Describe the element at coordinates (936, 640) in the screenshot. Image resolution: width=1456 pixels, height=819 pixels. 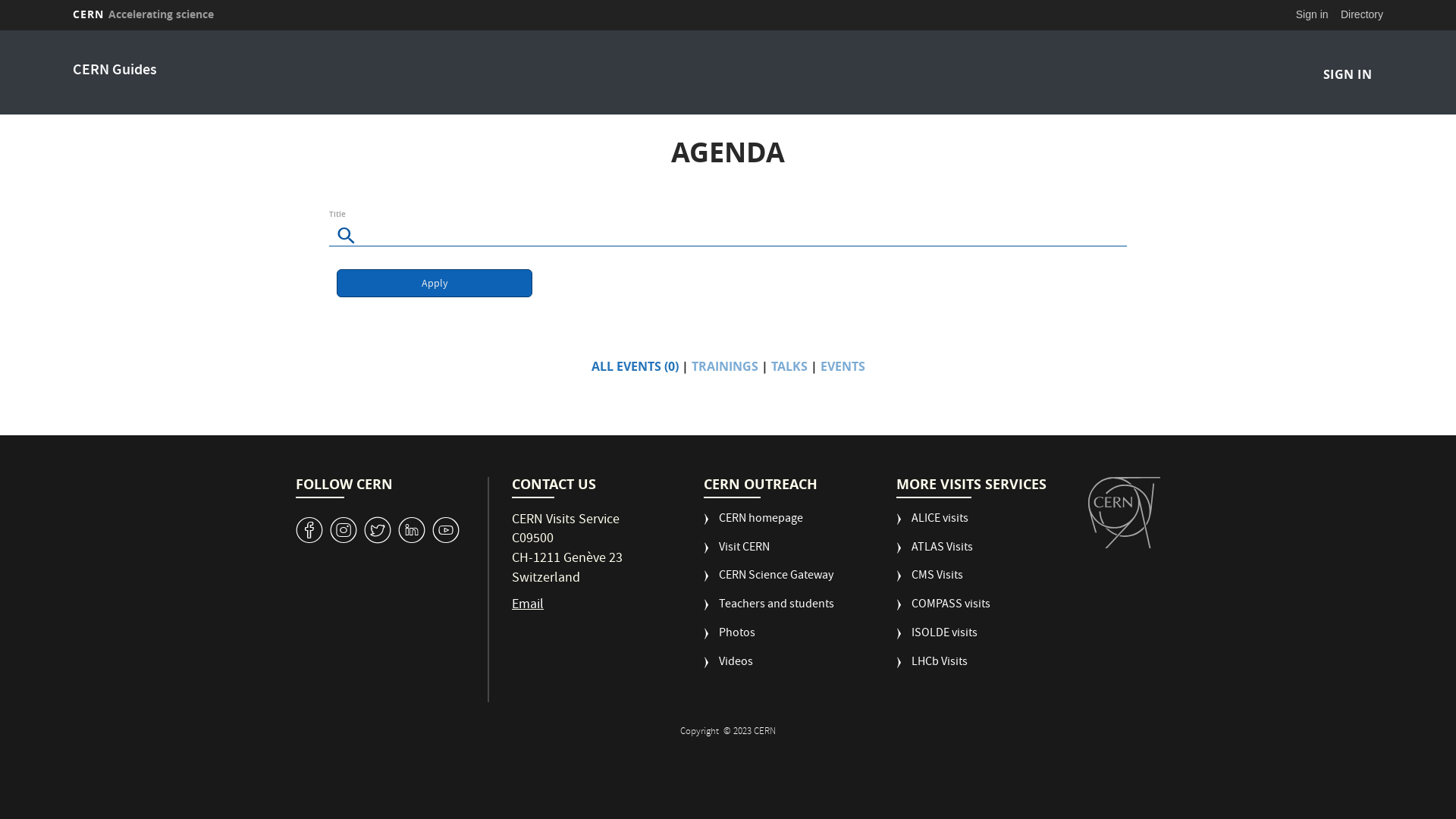
I see `'ISOLDE visits'` at that location.